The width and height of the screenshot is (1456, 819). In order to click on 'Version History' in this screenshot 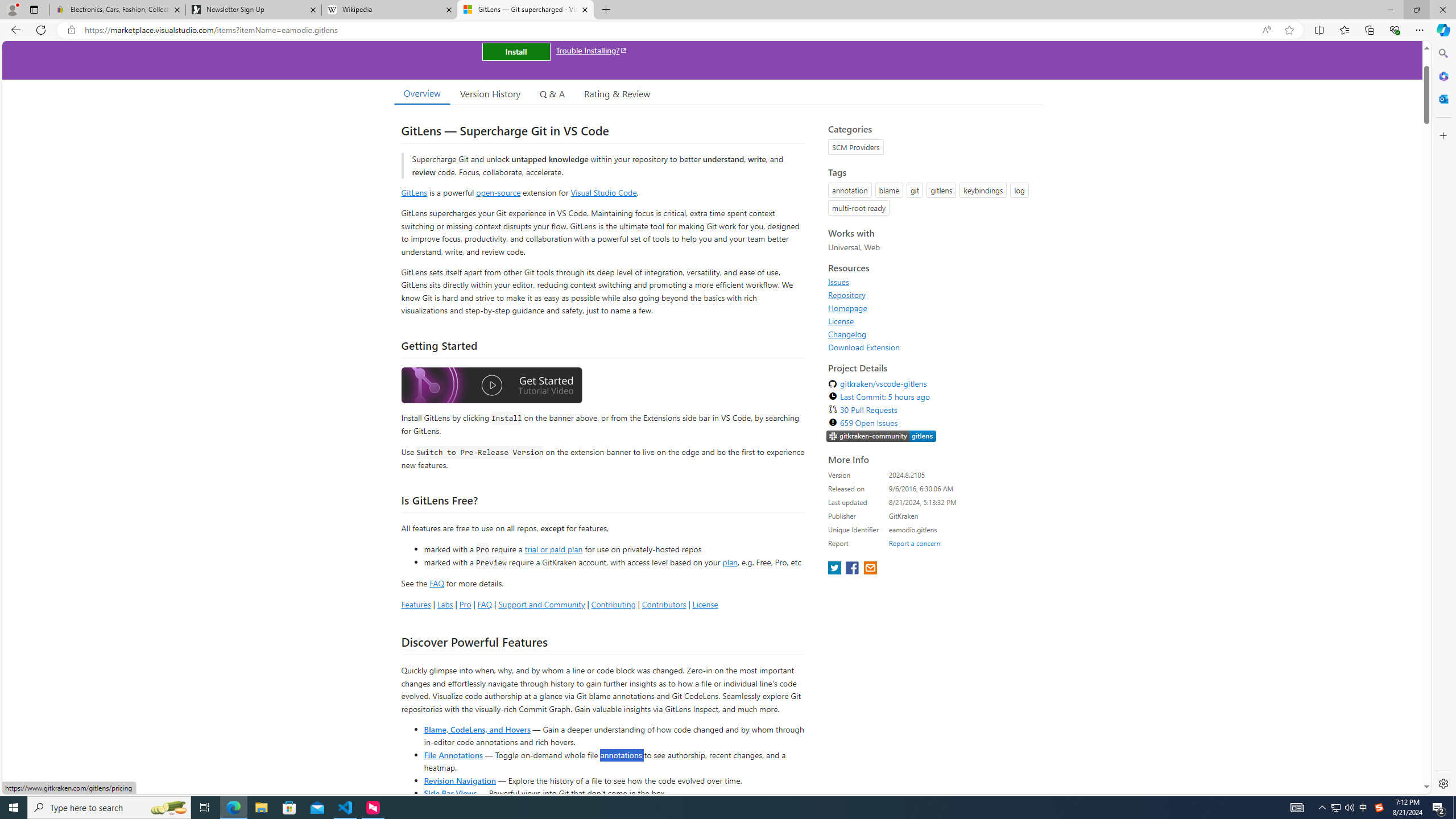, I will do `click(489, 93)`.